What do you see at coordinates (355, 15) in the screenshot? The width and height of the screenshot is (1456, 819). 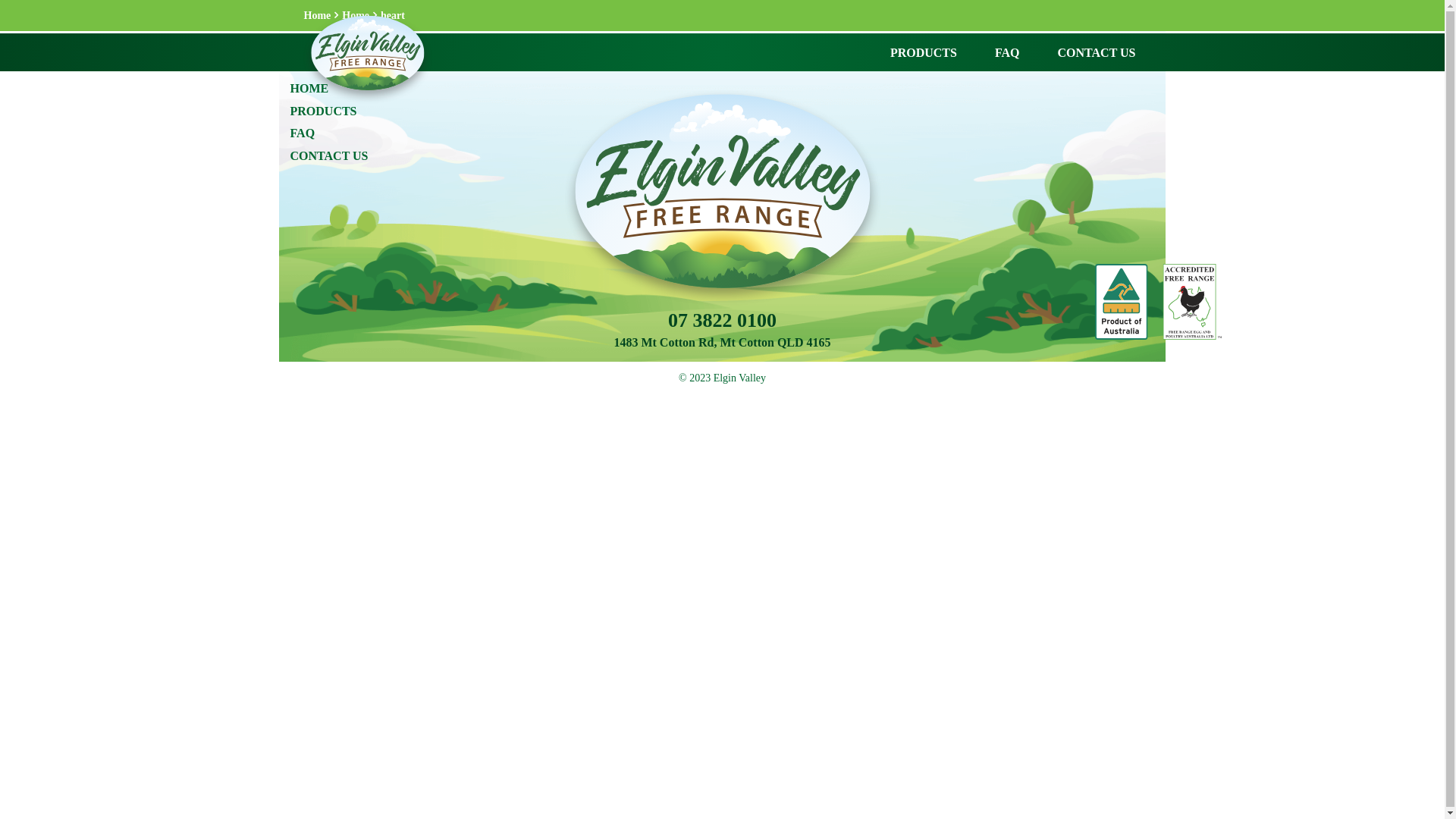 I see `'Home'` at bounding box center [355, 15].